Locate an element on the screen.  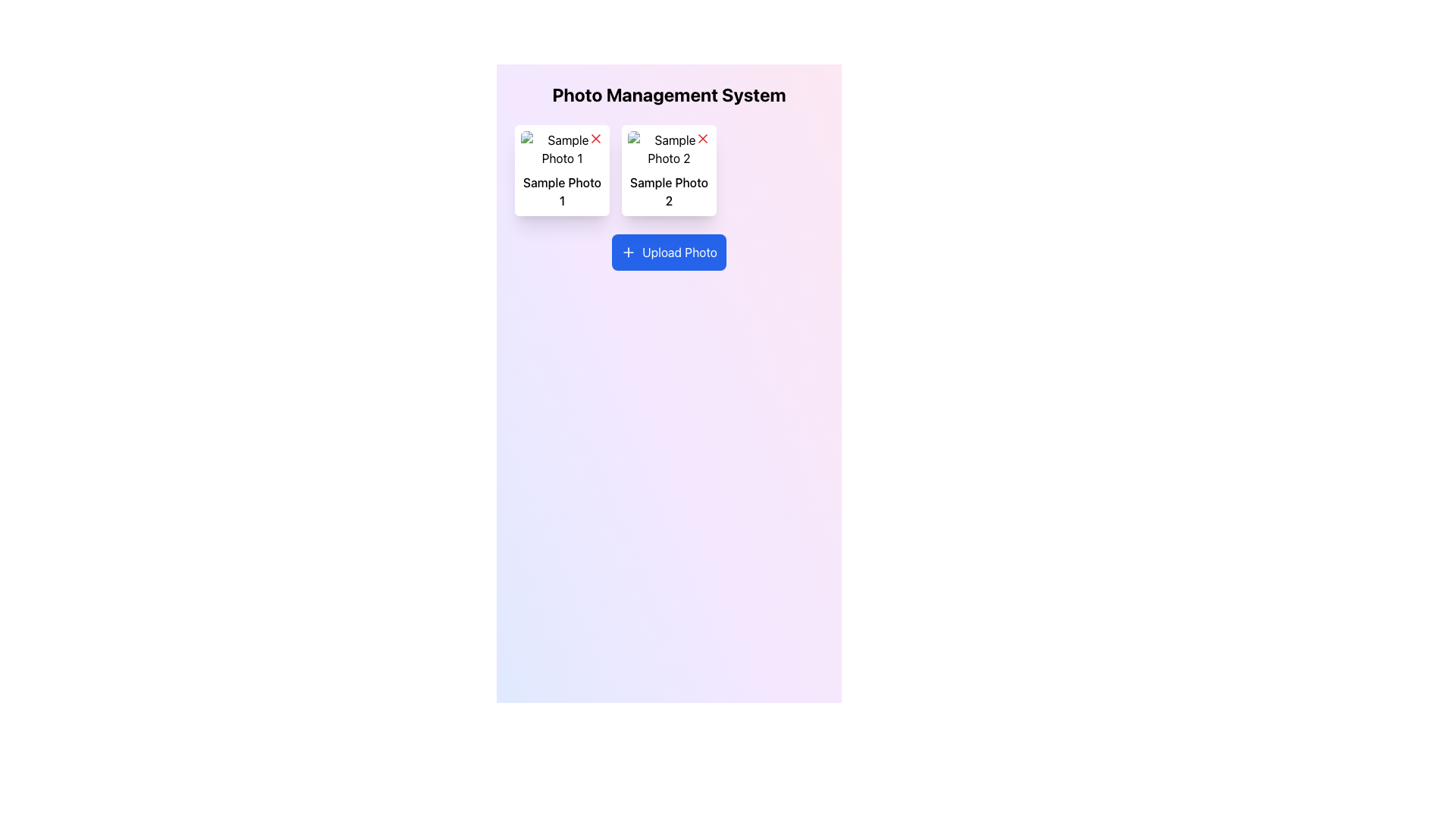
the placeholder image with class 'rounded-md' and alt text 'Sample Photo 1' located at the top-left corner of the card structure is located at coordinates (561, 149).